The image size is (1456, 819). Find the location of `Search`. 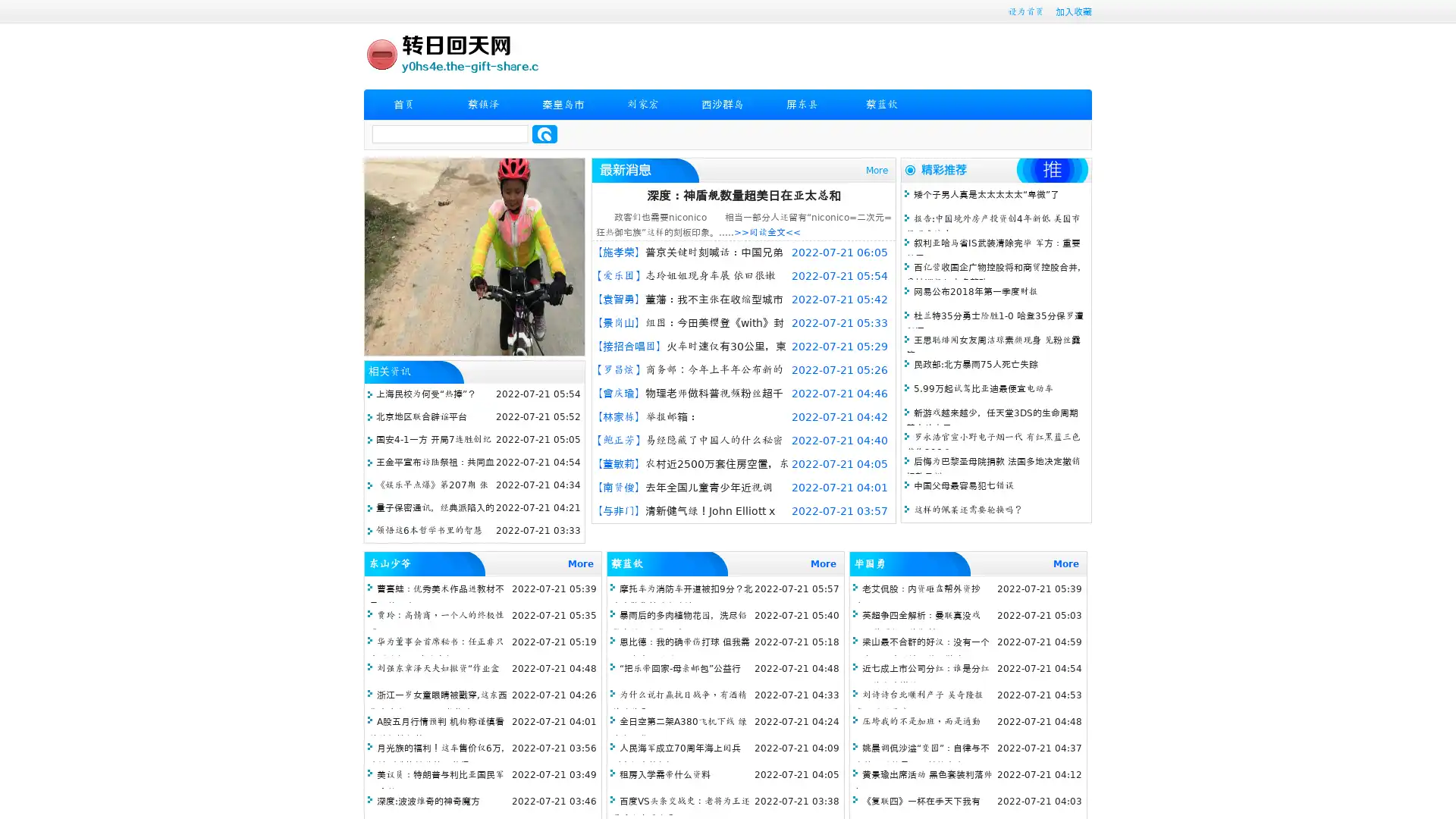

Search is located at coordinates (544, 133).